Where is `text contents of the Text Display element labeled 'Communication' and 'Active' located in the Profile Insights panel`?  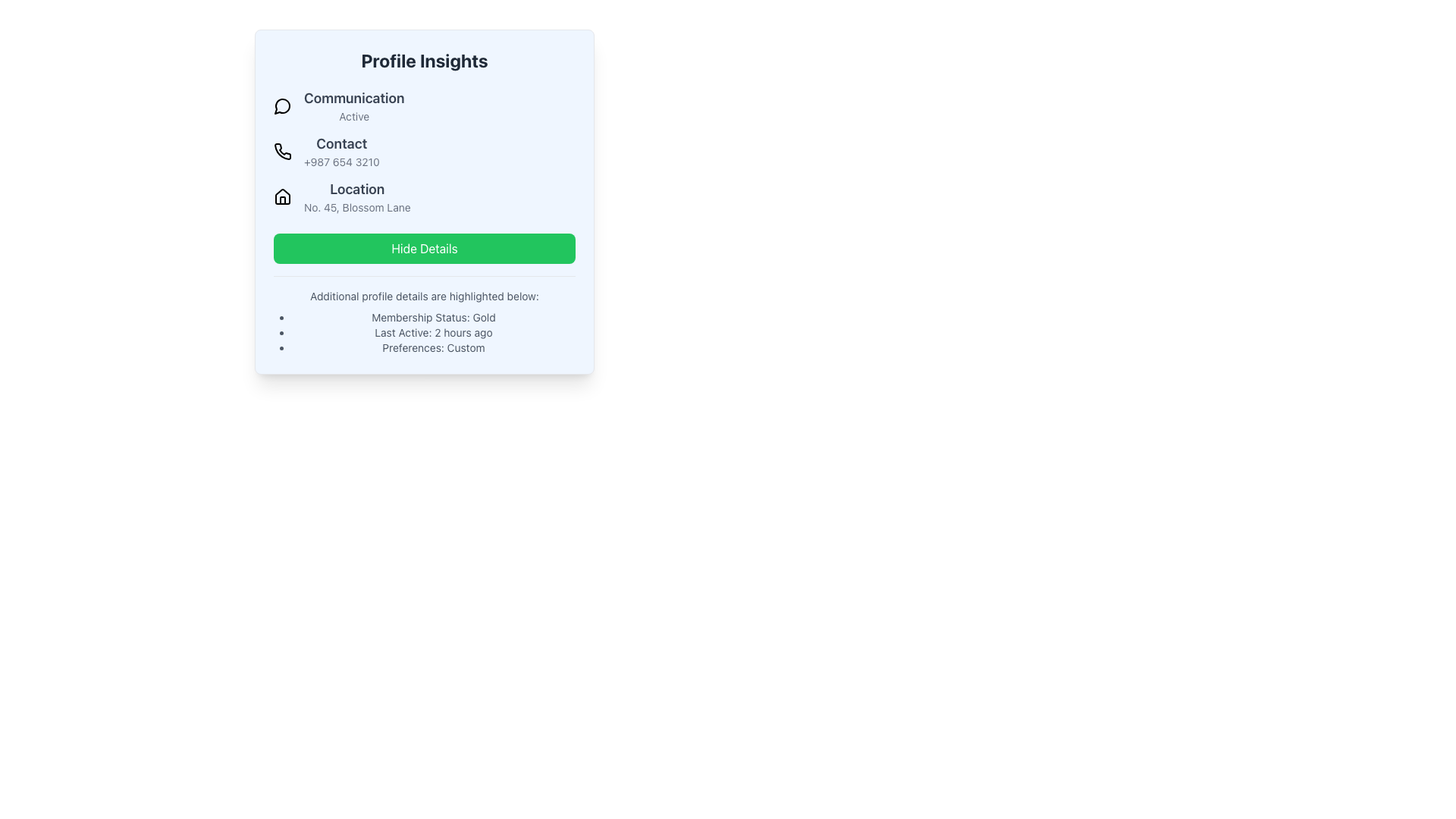
text contents of the Text Display element labeled 'Communication' and 'Active' located in the Profile Insights panel is located at coordinates (353, 105).